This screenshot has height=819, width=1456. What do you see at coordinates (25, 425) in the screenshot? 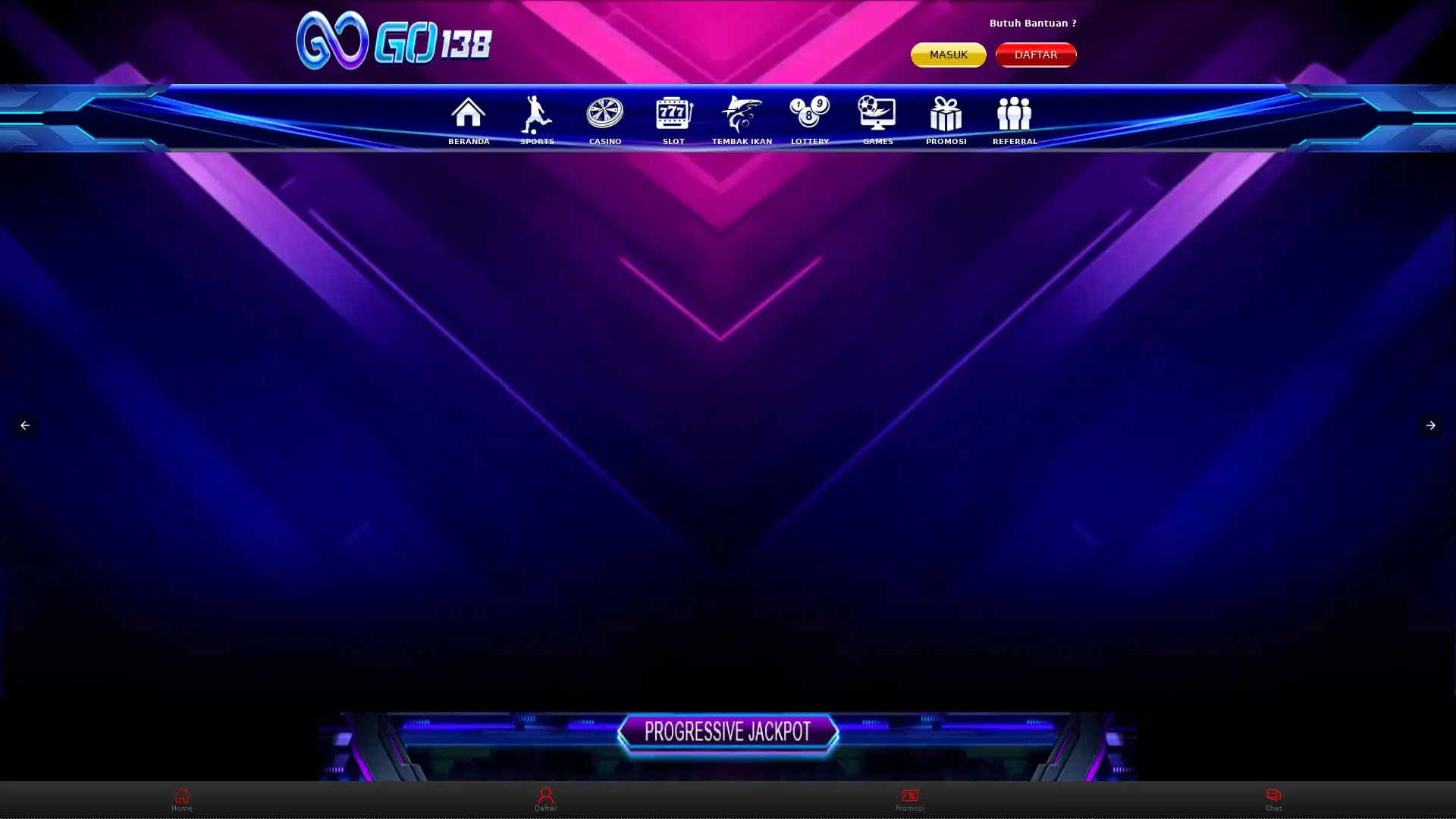
I see `Previous item in carousel (2 of 4)` at bounding box center [25, 425].